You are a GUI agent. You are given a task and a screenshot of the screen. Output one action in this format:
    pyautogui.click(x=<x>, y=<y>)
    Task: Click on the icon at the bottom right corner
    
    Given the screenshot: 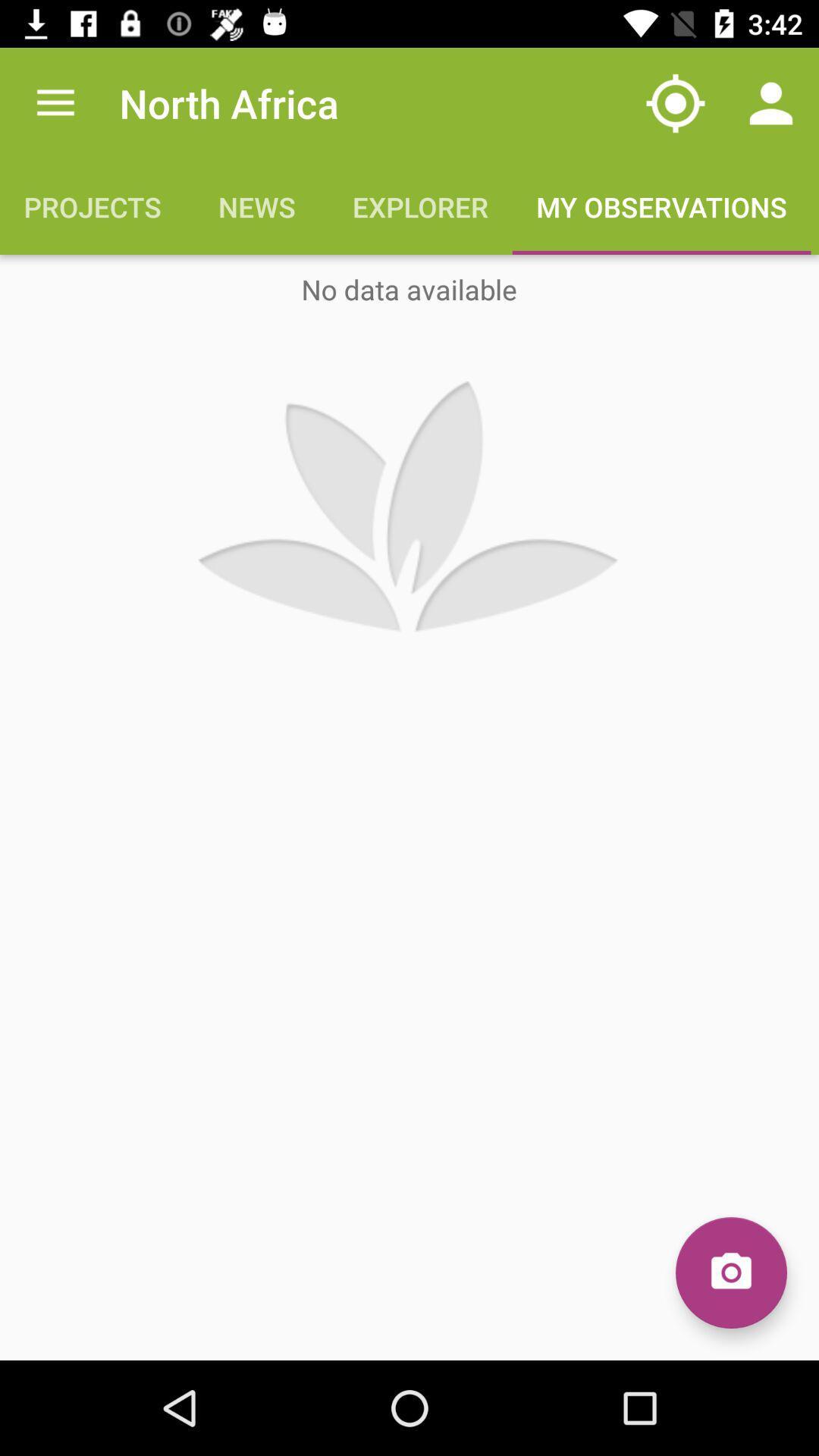 What is the action you would take?
    pyautogui.click(x=730, y=1272)
    